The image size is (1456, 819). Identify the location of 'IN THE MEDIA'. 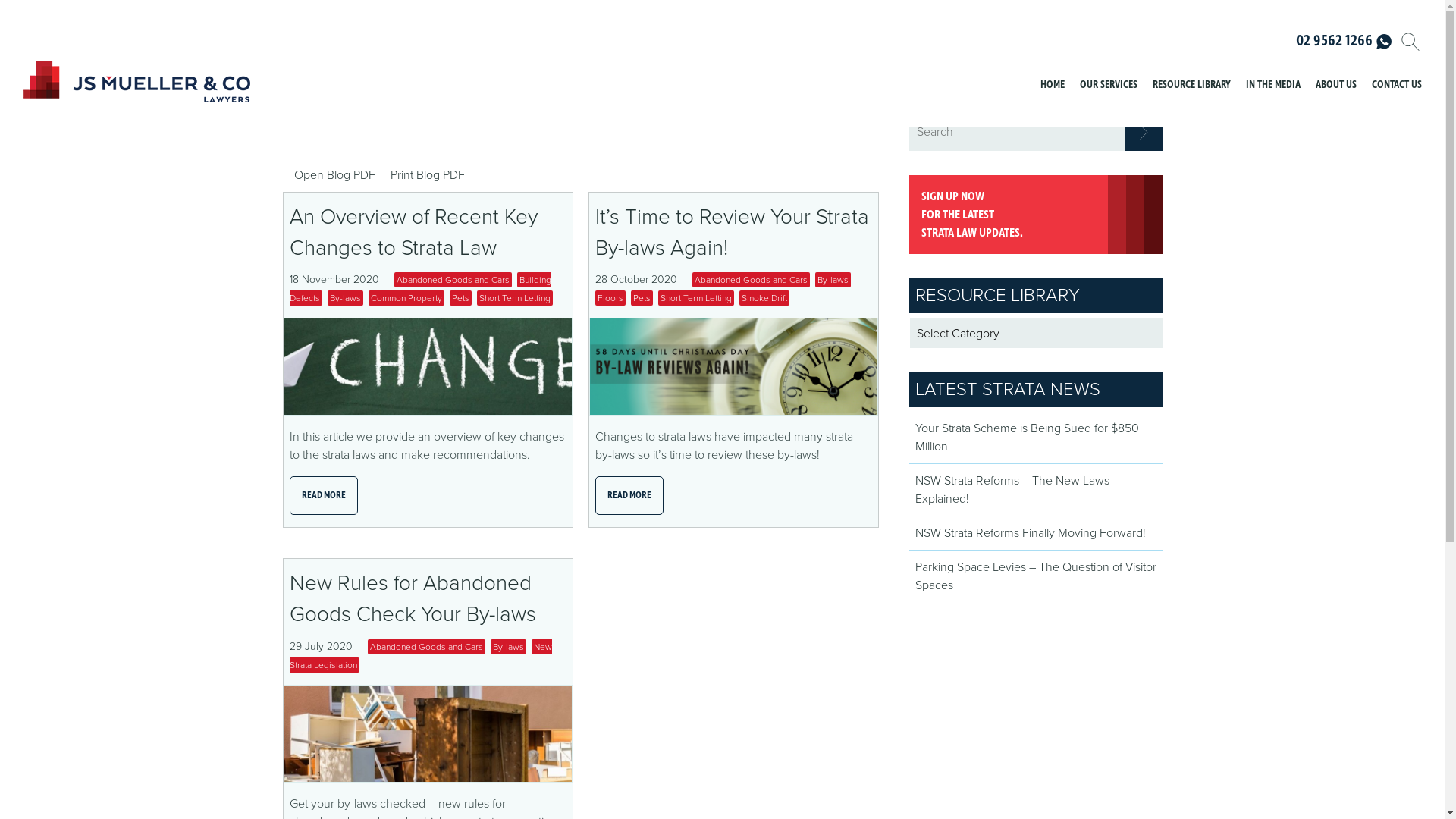
(1273, 86).